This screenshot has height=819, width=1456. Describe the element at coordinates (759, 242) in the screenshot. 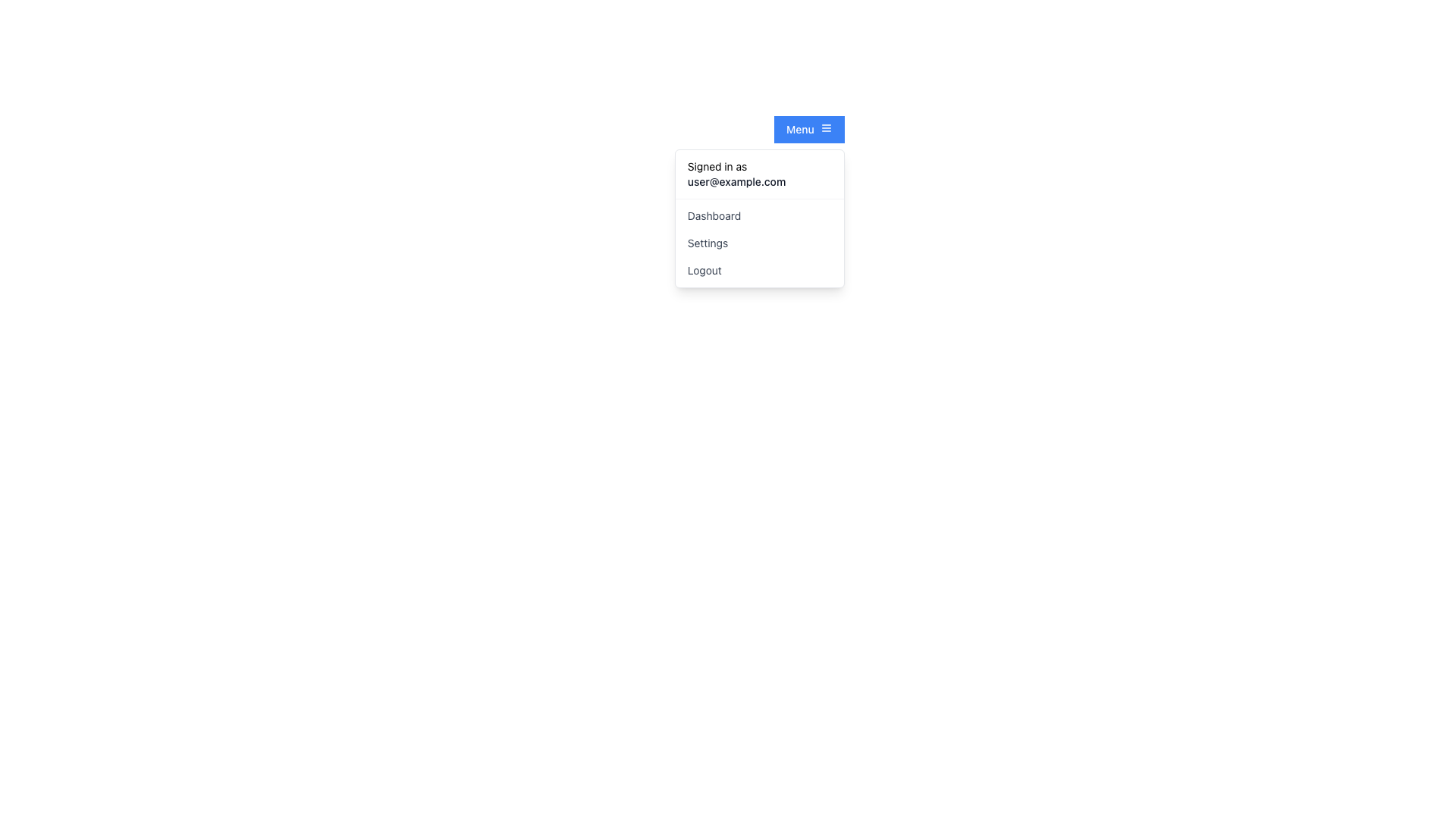

I see `the Settings button located in the middle of the dropdown menu to trigger the hover effect` at that location.